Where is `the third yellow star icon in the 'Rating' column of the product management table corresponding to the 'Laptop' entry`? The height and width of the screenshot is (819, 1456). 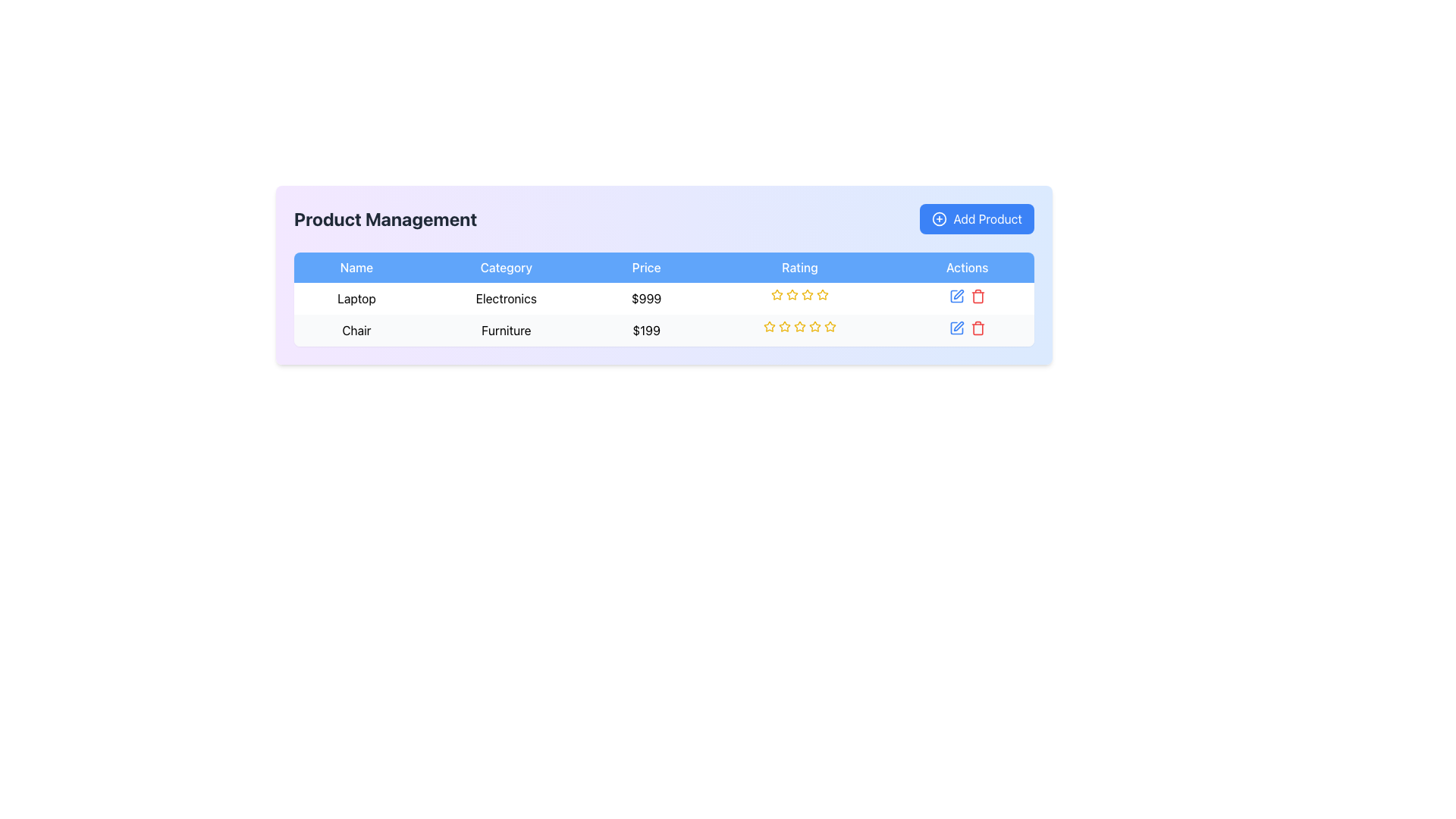 the third yellow star icon in the 'Rating' column of the product management table corresponding to the 'Laptop' entry is located at coordinates (792, 295).